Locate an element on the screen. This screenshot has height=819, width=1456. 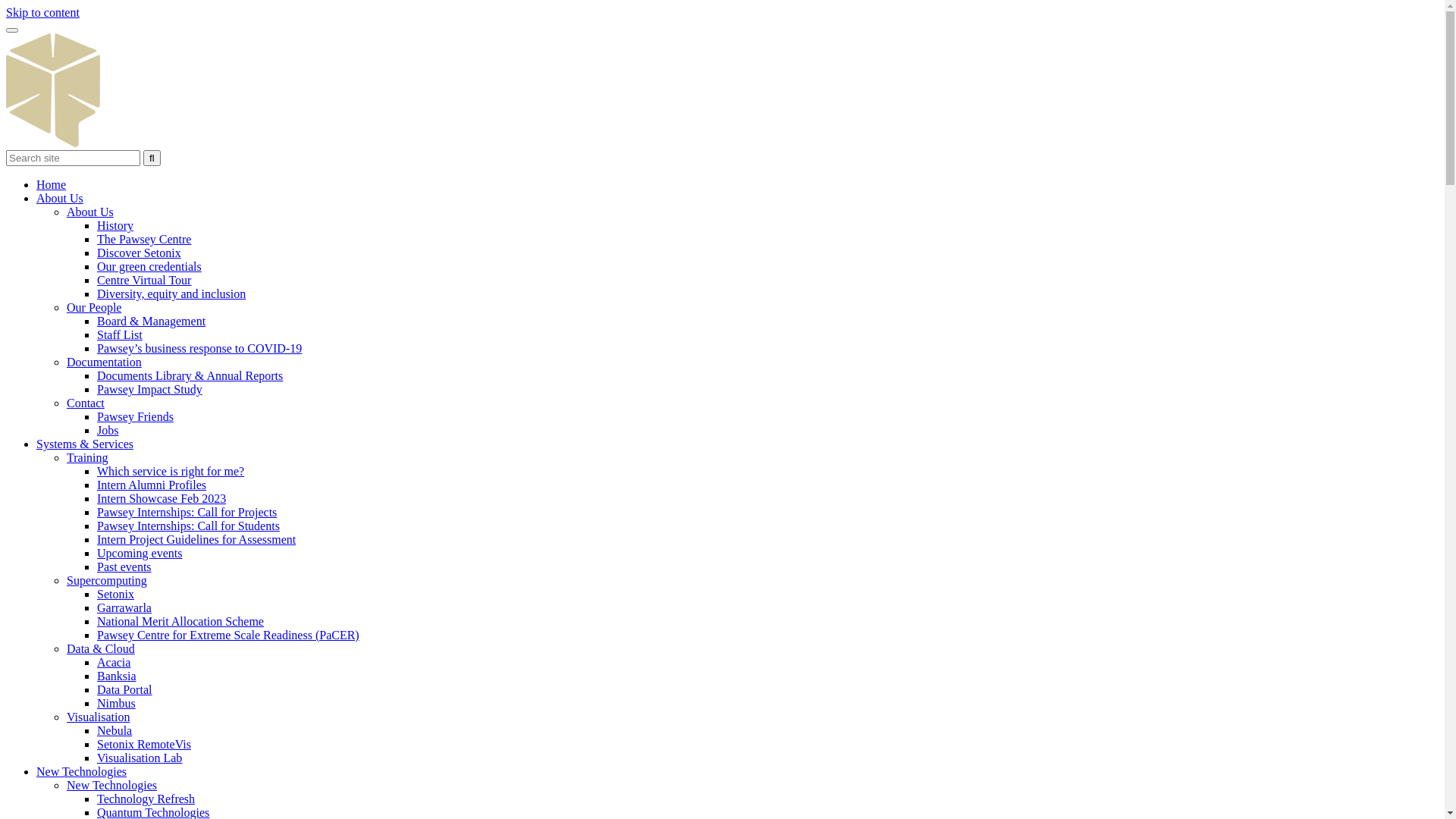
'About Us' is located at coordinates (36, 197).